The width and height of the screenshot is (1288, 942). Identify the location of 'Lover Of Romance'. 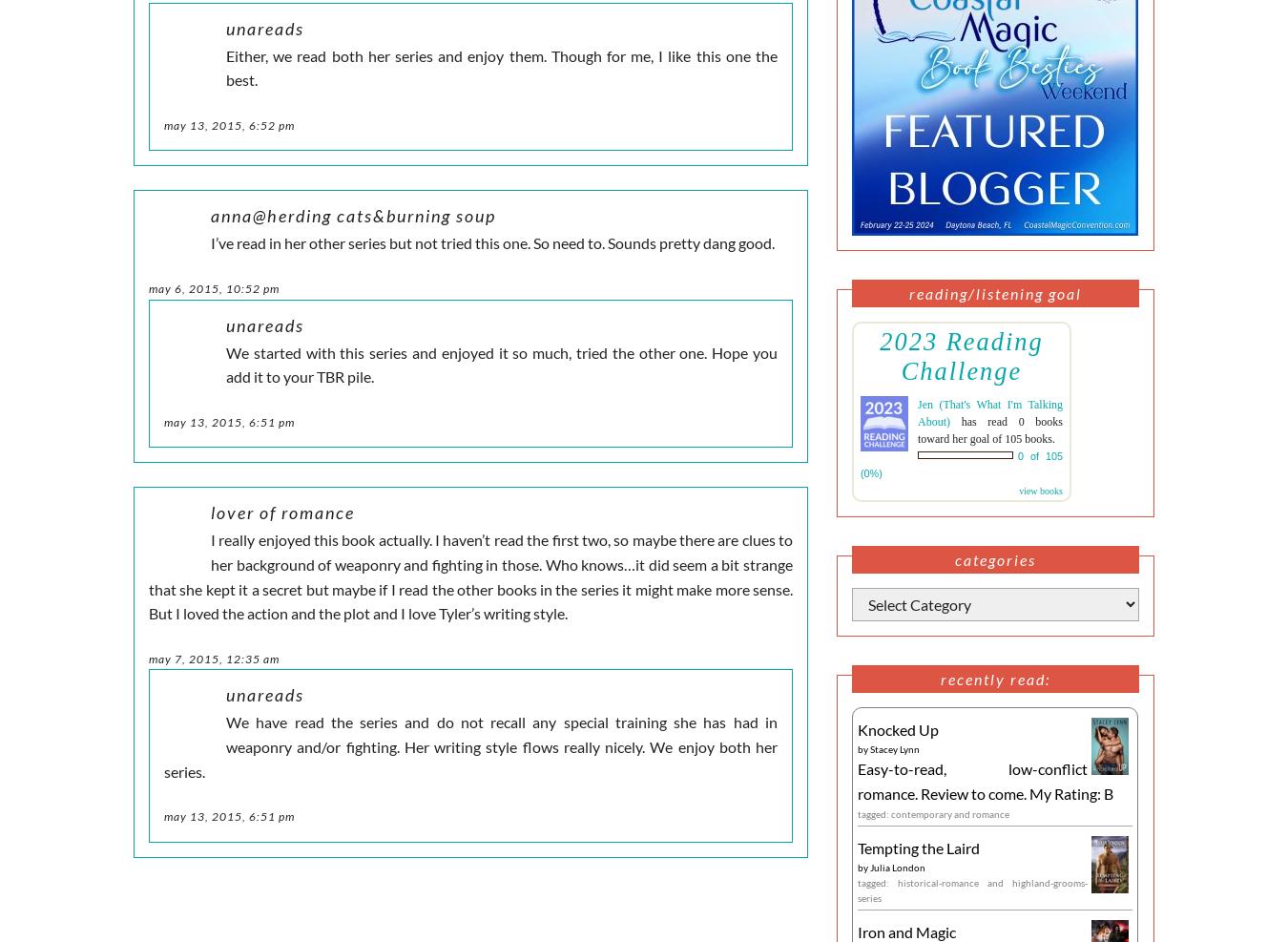
(281, 513).